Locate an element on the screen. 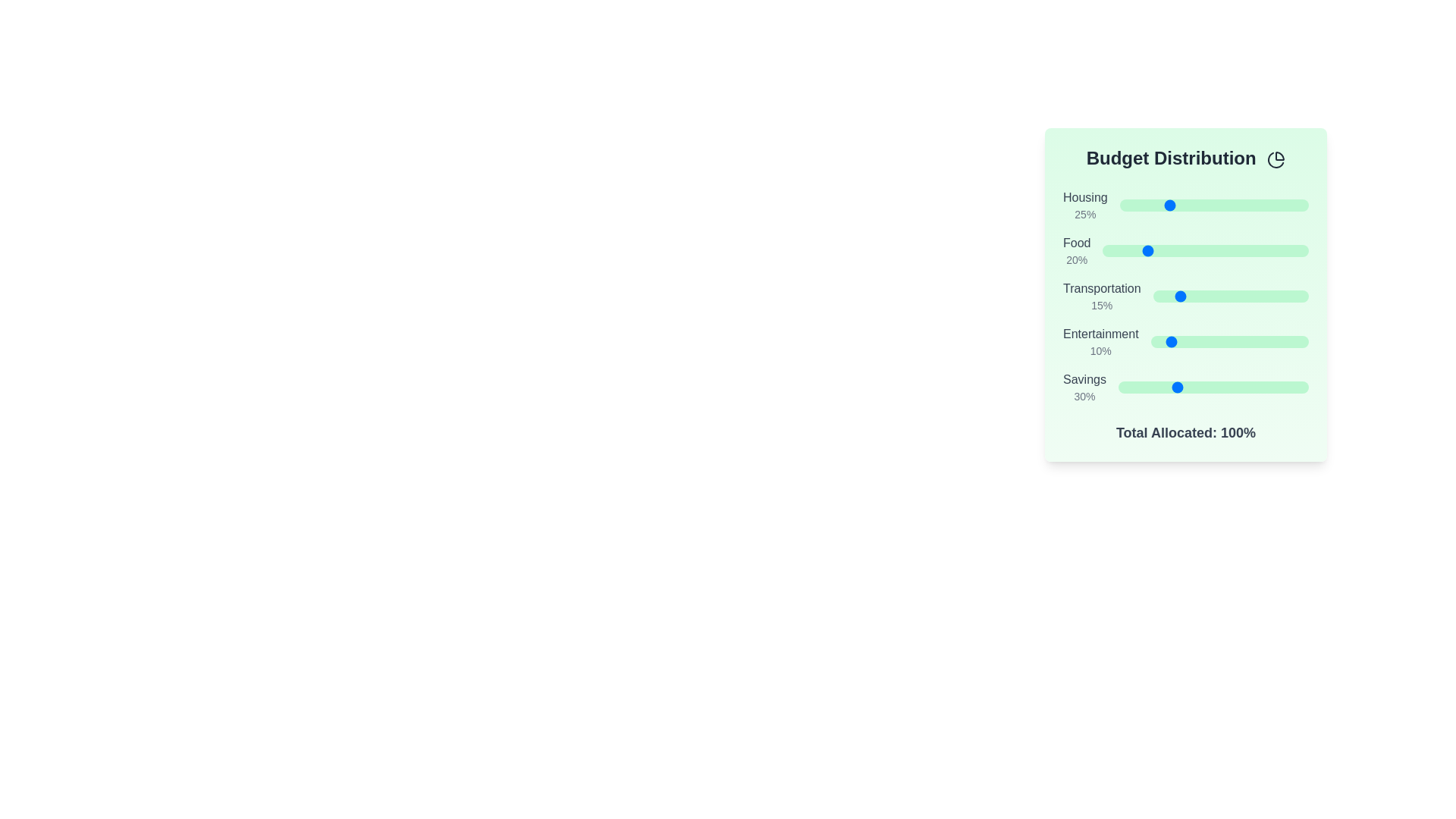 The width and height of the screenshot is (1456, 819). the slider for 'Entertainment' to set its percentage to 38 is located at coordinates (1210, 342).